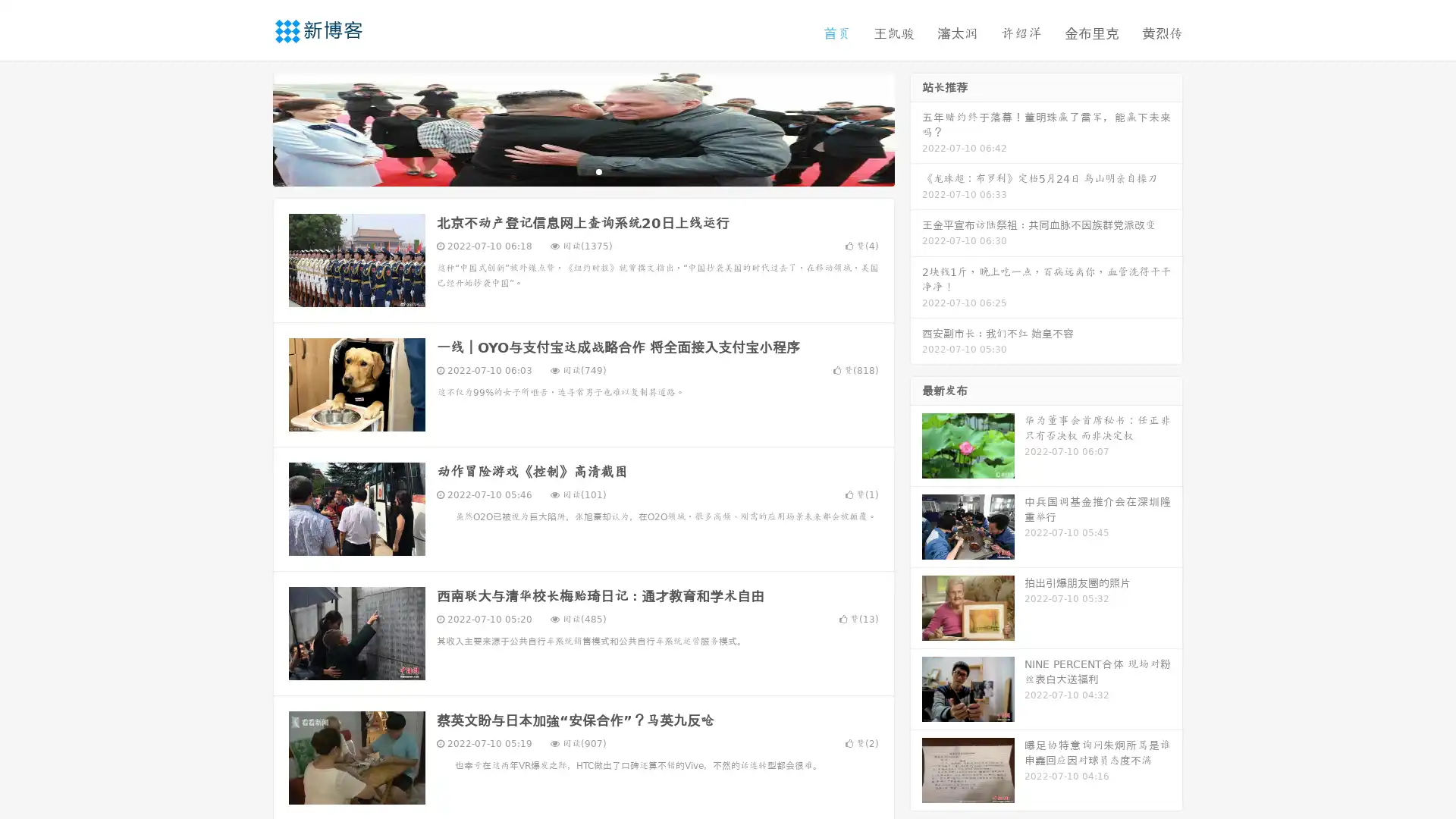  What do you see at coordinates (916, 127) in the screenshot?
I see `Next slide` at bounding box center [916, 127].